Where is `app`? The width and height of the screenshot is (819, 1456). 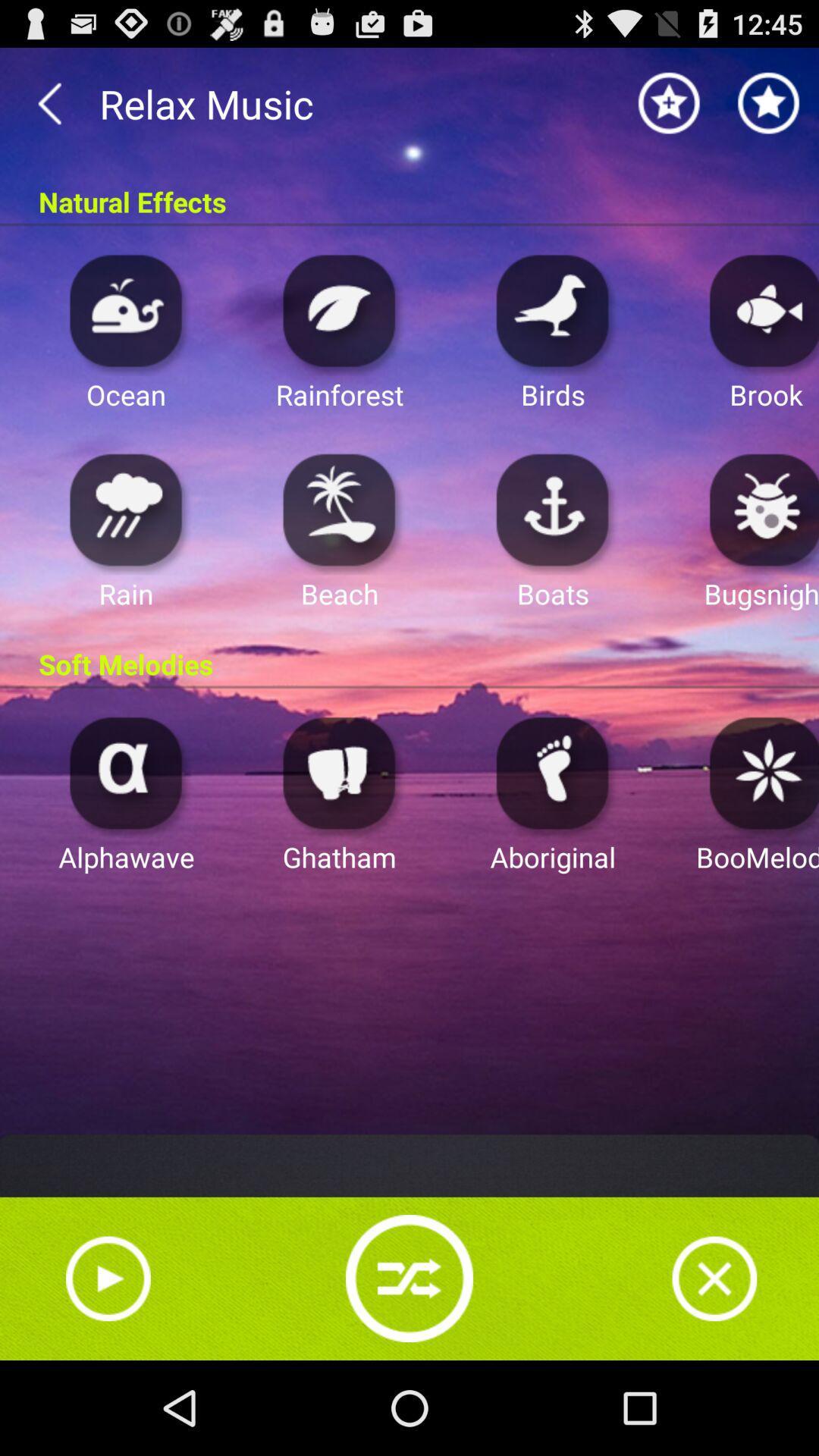
app is located at coordinates (760, 772).